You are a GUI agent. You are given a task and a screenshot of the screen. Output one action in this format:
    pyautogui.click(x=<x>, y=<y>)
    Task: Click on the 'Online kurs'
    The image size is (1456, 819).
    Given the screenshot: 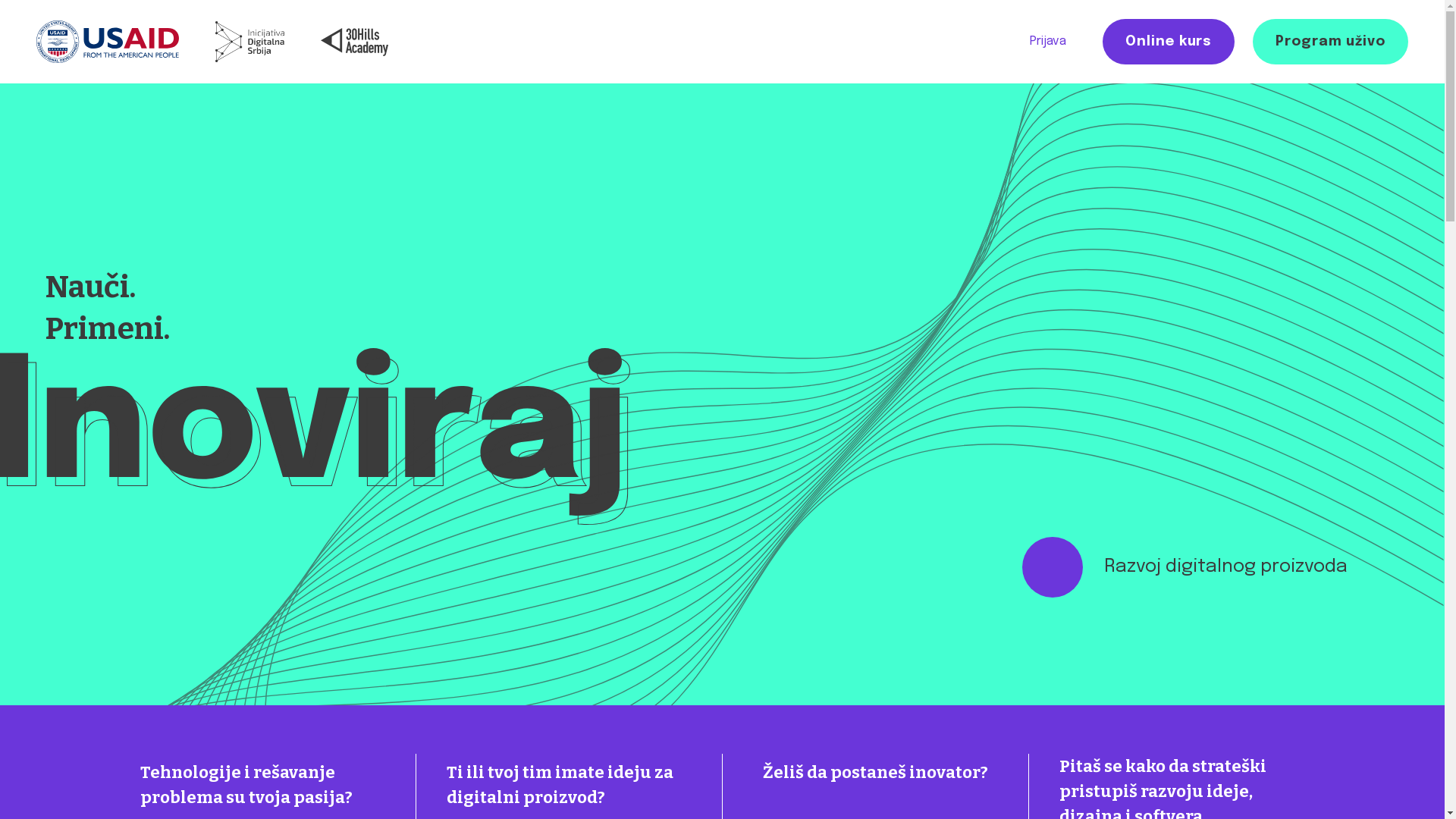 What is the action you would take?
    pyautogui.click(x=1103, y=40)
    